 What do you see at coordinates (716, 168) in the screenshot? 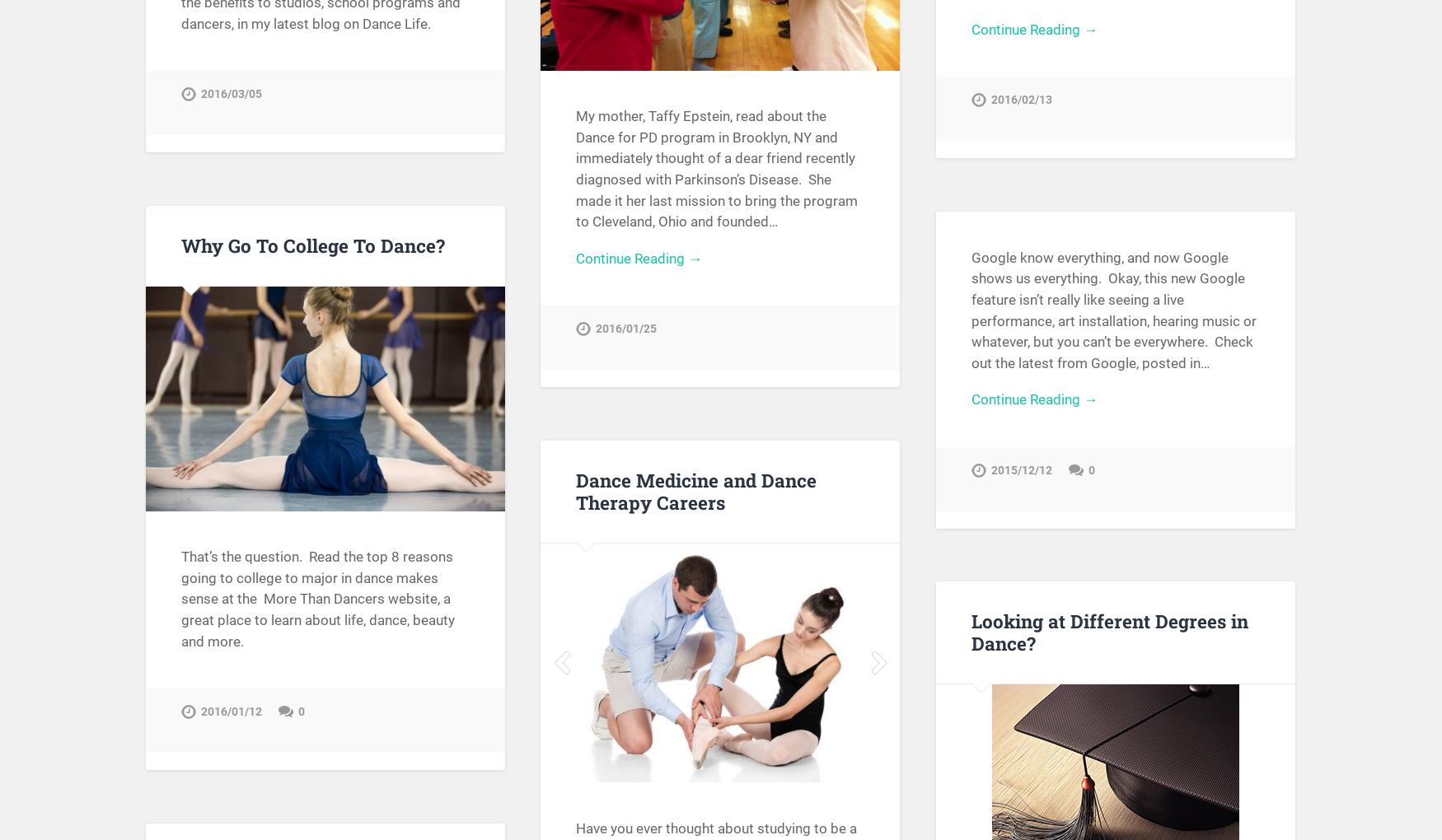
I see `'My mother, Taffy Epstein, read about the Dance for PD program in Brooklyn, NY and immediately thought of a dear friend recently diagnosed with Parkinson’s Disease.  She made it her last mission to bring the program to Cleveland, Ohio and founded…'` at bounding box center [716, 168].